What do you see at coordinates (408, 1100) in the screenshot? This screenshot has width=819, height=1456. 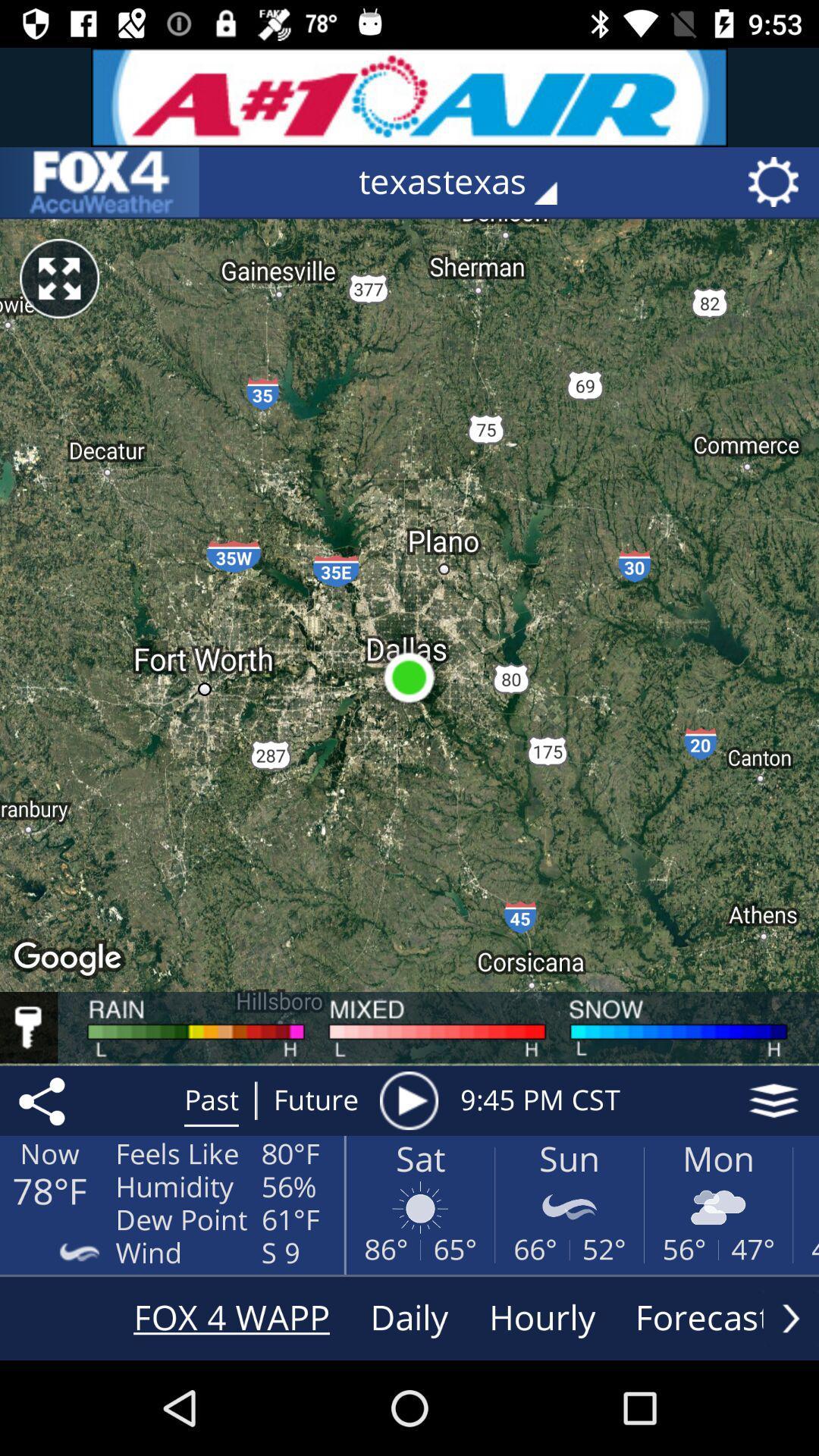 I see `item to the right of the future item` at bounding box center [408, 1100].